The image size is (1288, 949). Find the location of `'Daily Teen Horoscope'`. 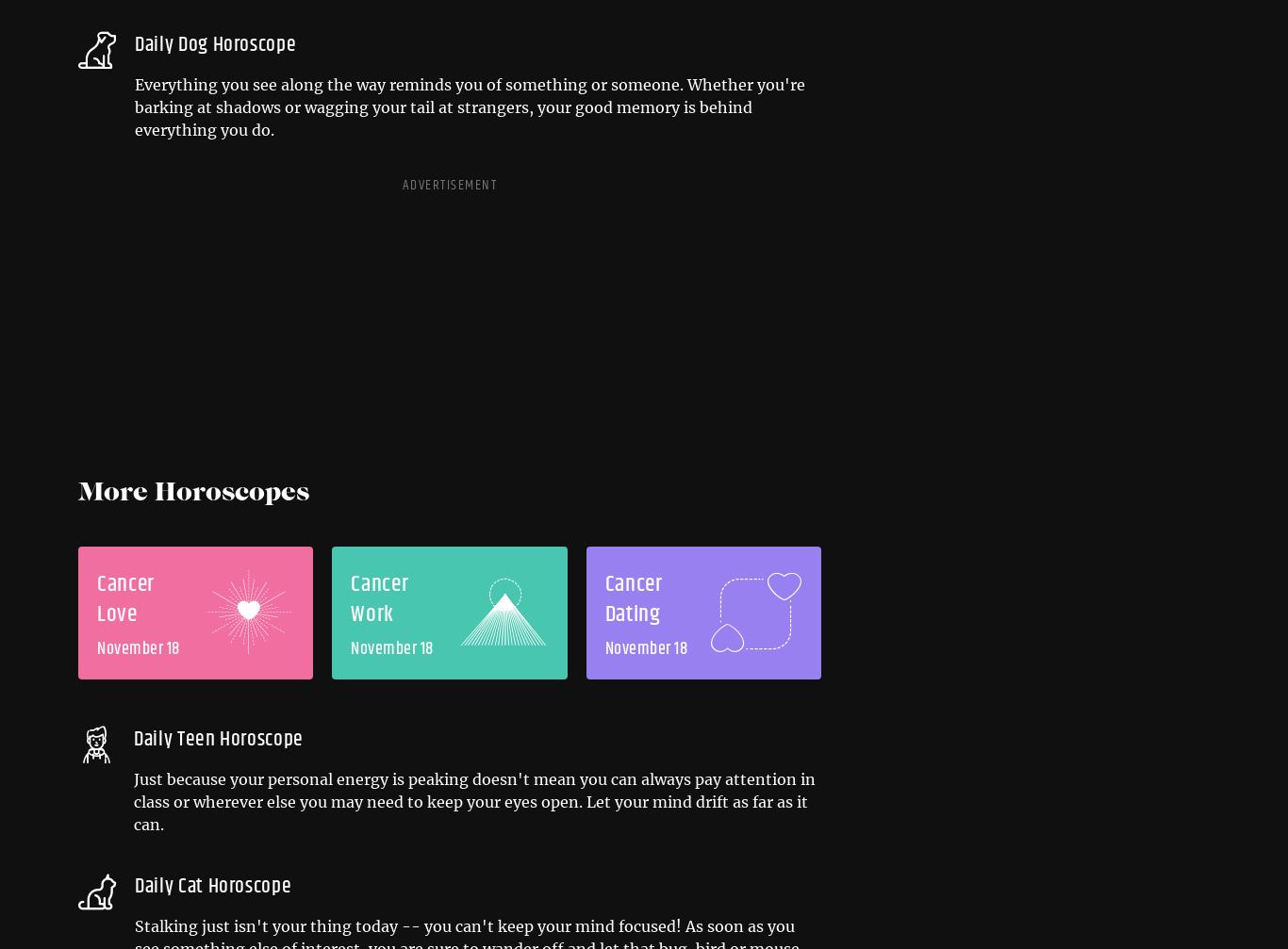

'Daily Teen Horoscope' is located at coordinates (218, 738).